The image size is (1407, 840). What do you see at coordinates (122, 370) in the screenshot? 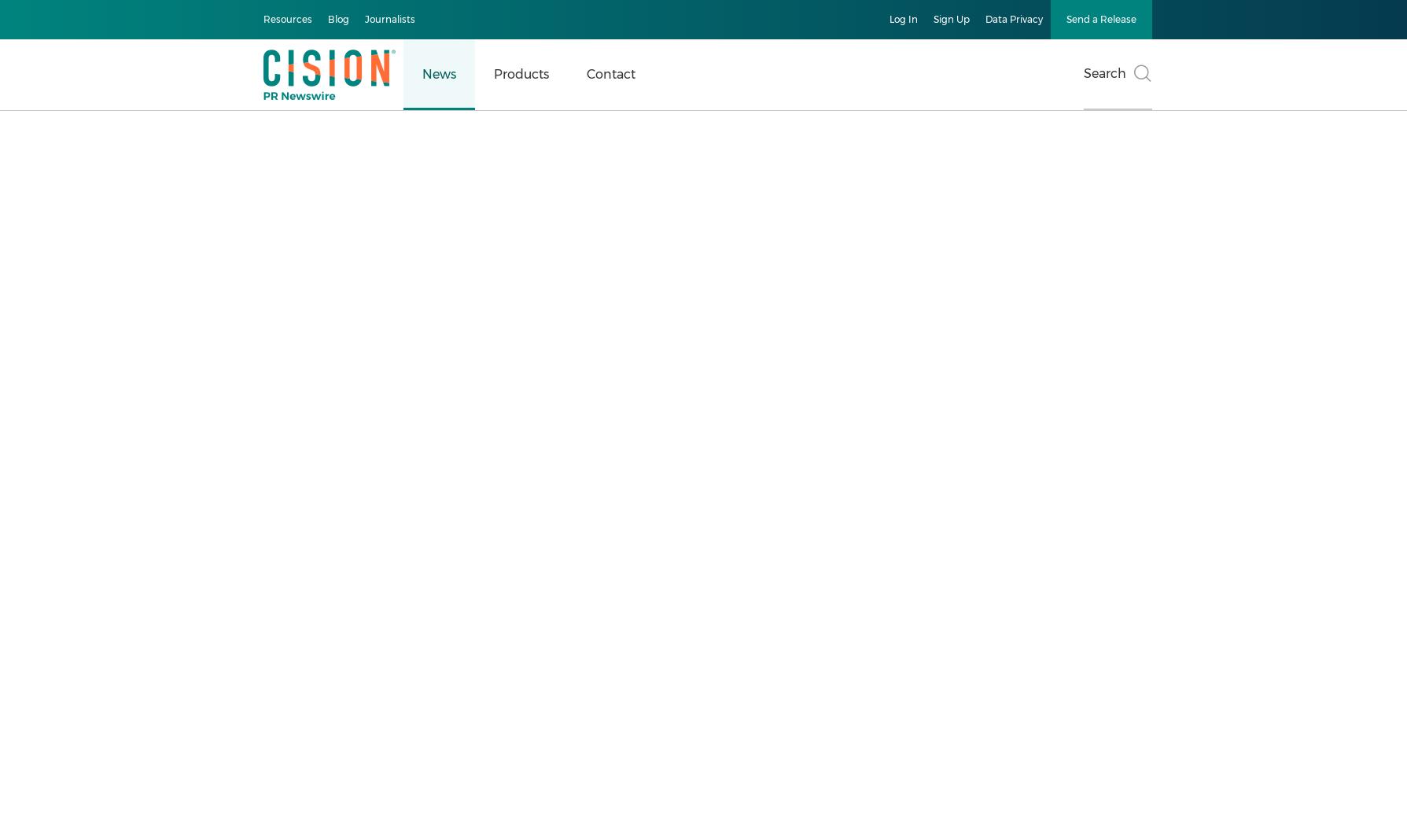
I see `'Auto & Transportation'` at bounding box center [122, 370].